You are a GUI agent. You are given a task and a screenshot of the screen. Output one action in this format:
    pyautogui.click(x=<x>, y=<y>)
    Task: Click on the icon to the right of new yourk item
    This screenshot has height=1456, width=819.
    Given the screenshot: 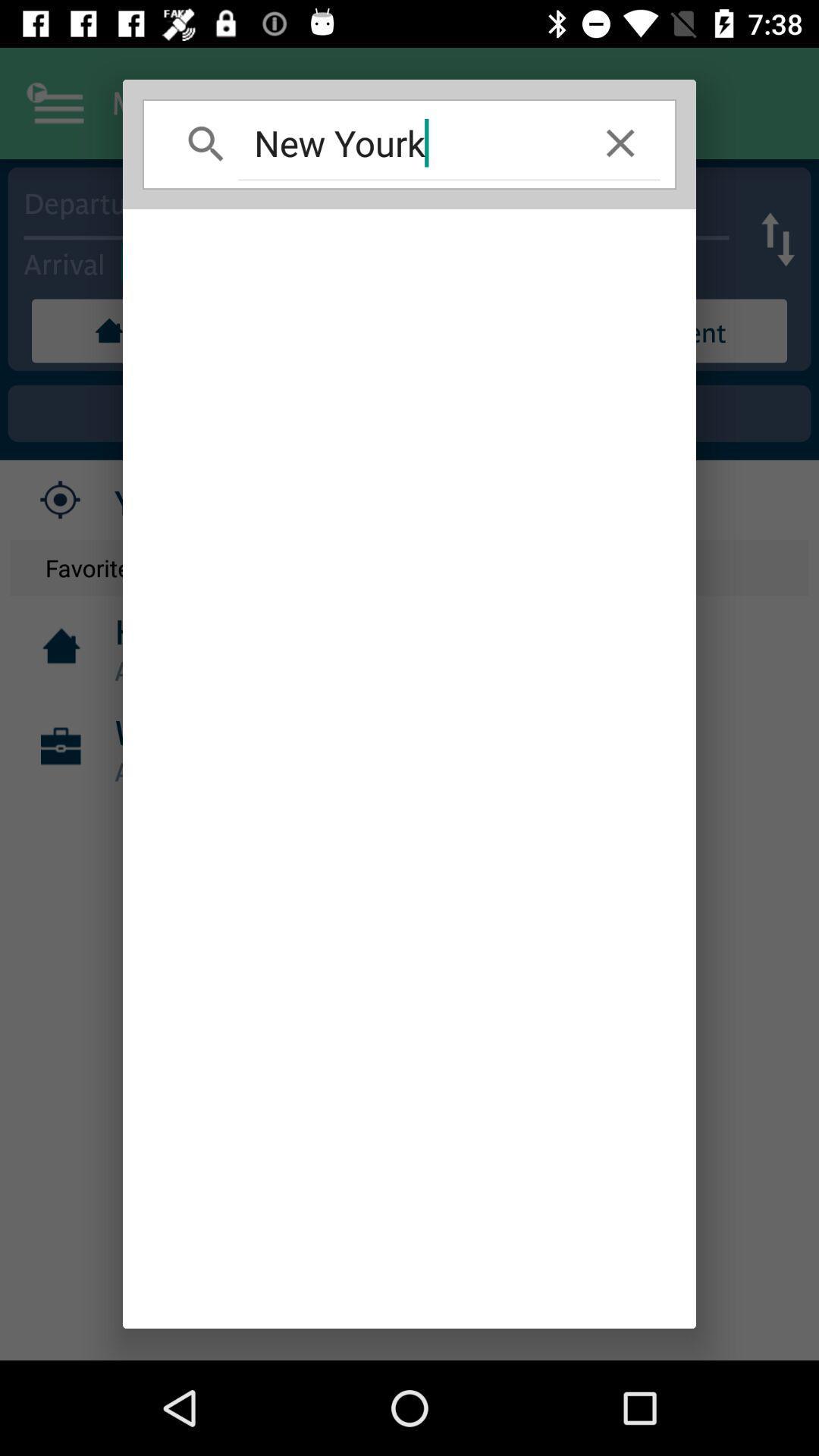 What is the action you would take?
    pyautogui.click(x=620, y=143)
    